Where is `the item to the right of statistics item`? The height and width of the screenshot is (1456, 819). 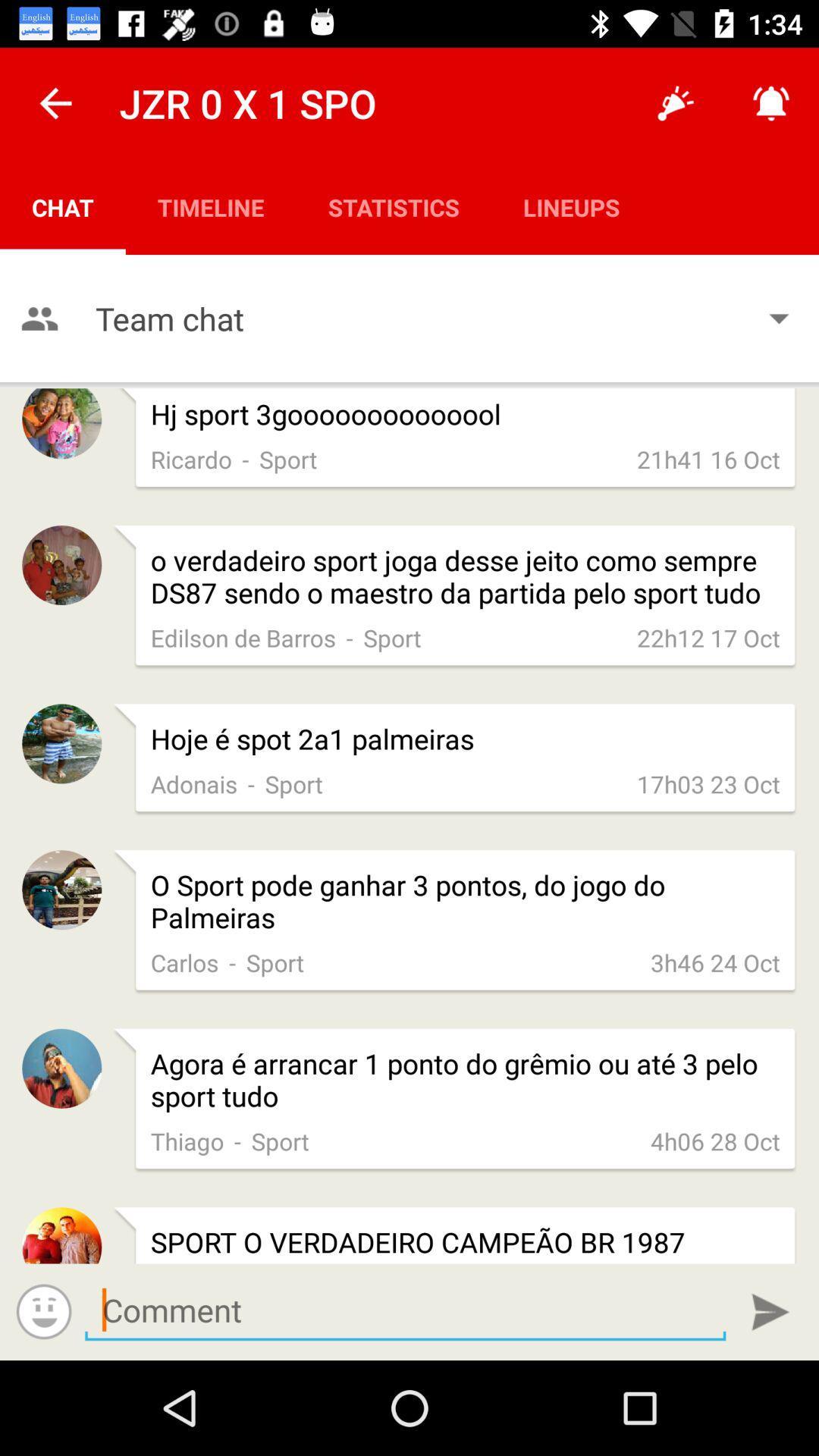 the item to the right of statistics item is located at coordinates (571, 206).